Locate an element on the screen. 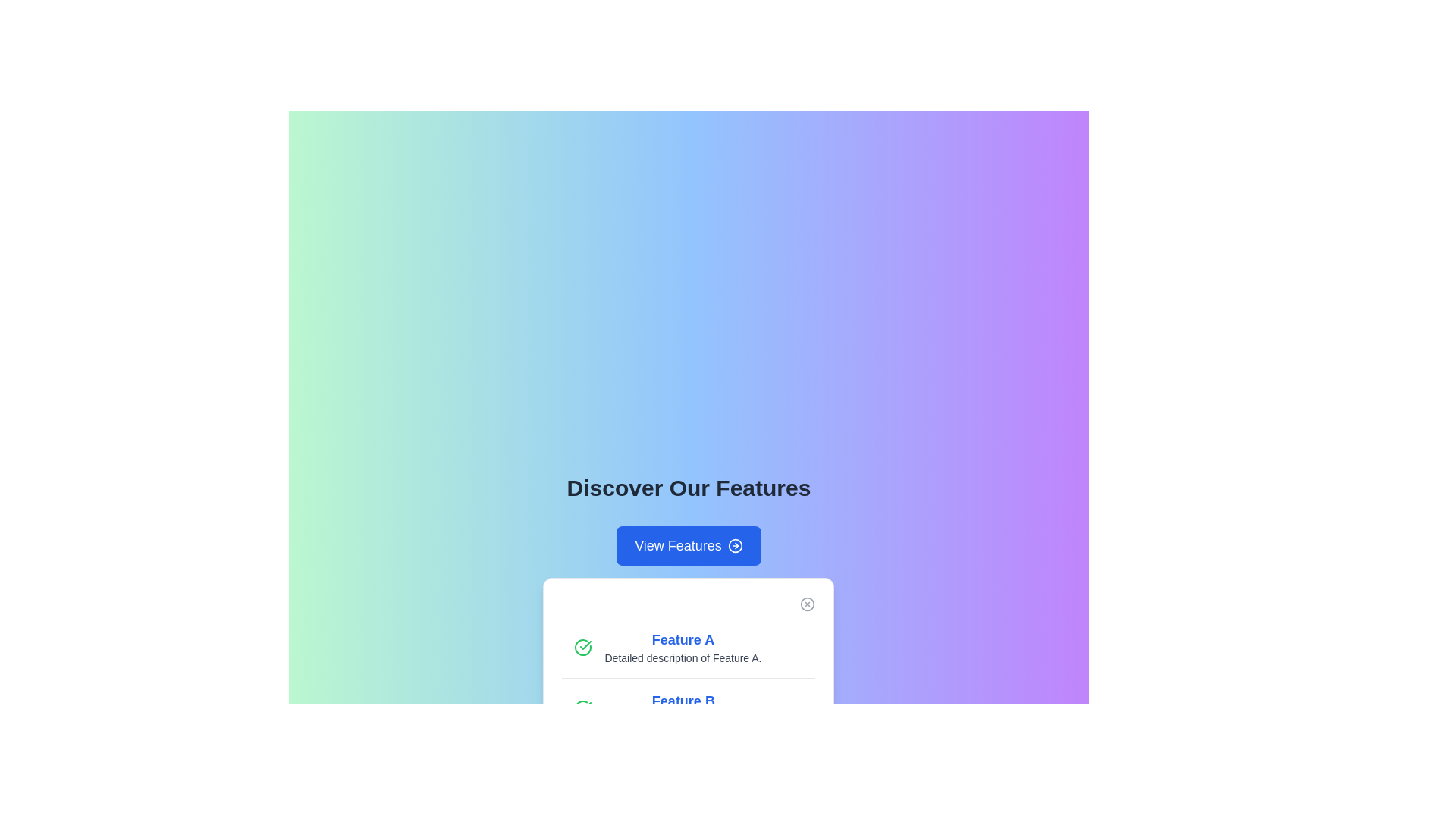 This screenshot has width=1456, height=819. the text label displaying the message 'Detailed description of Feature A.' which is located beneath the 'Feature A' title is located at coordinates (682, 657).